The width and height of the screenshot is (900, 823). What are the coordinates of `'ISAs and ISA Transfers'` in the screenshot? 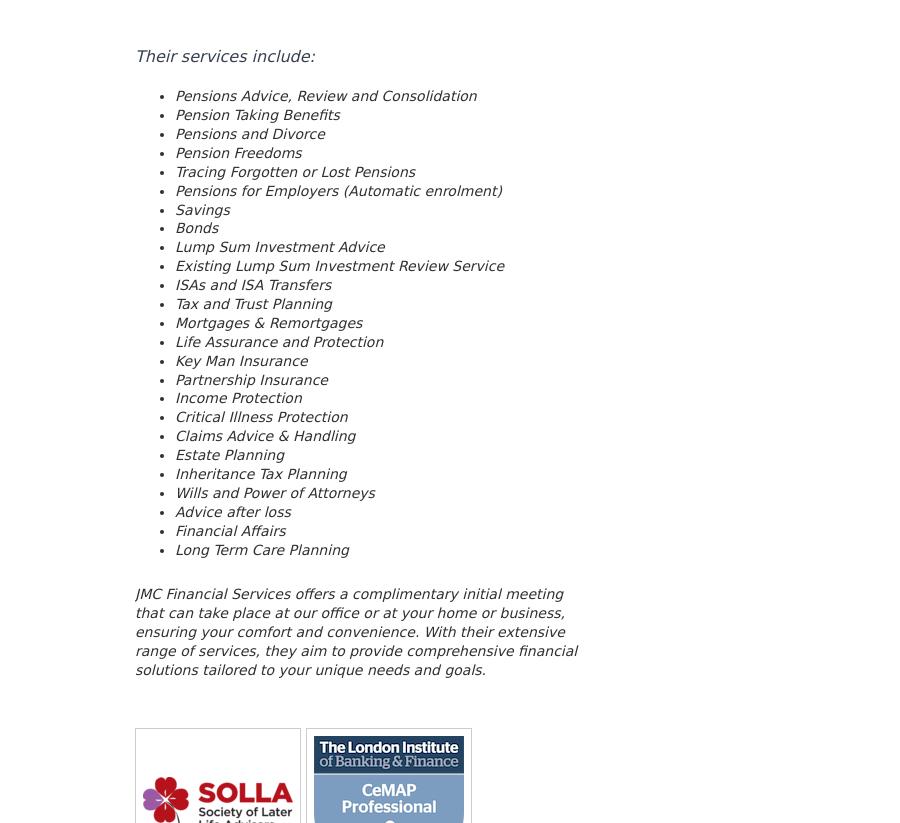 It's located at (174, 285).